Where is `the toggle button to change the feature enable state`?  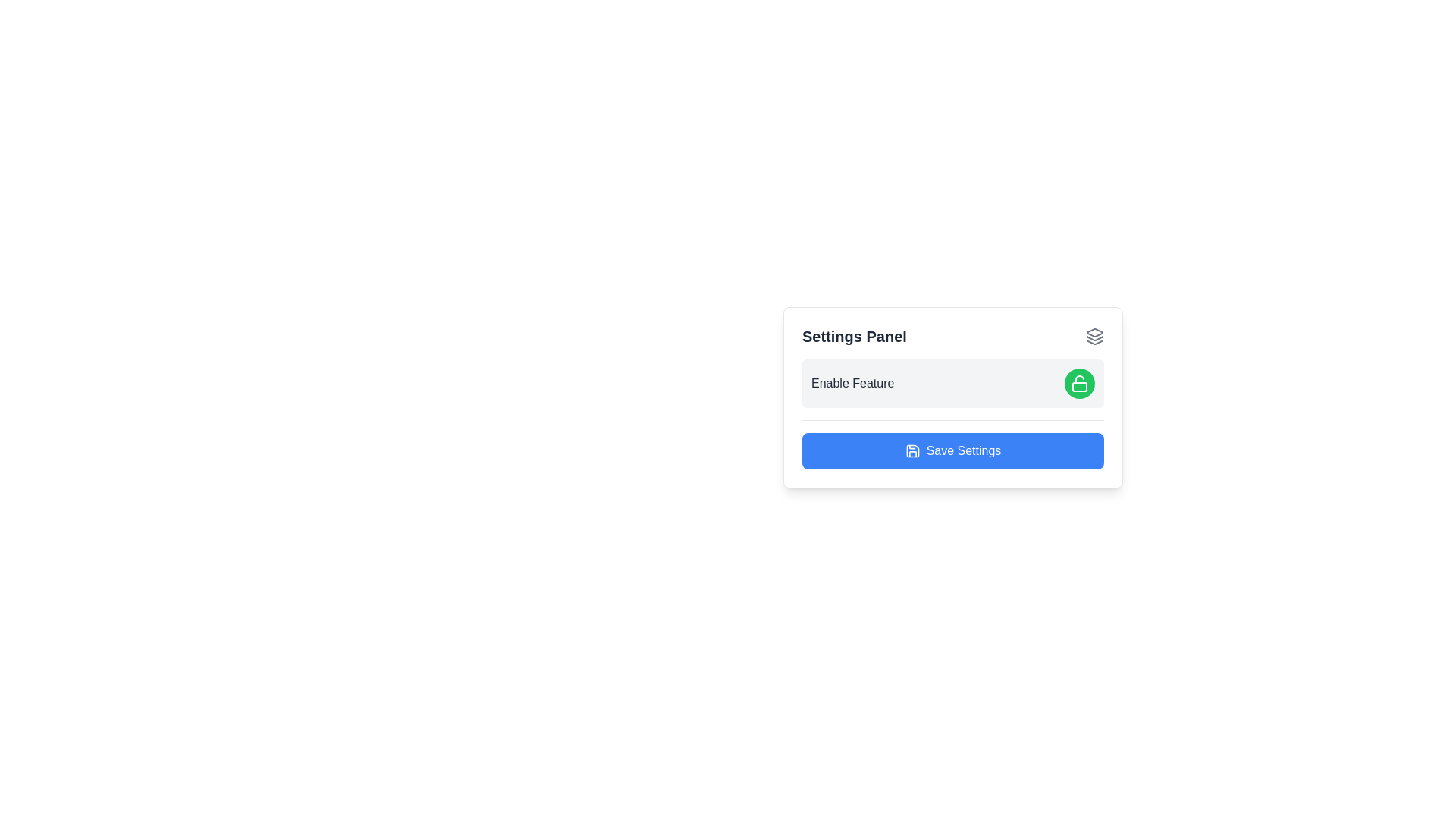 the toggle button to change the feature enable state is located at coordinates (1079, 382).